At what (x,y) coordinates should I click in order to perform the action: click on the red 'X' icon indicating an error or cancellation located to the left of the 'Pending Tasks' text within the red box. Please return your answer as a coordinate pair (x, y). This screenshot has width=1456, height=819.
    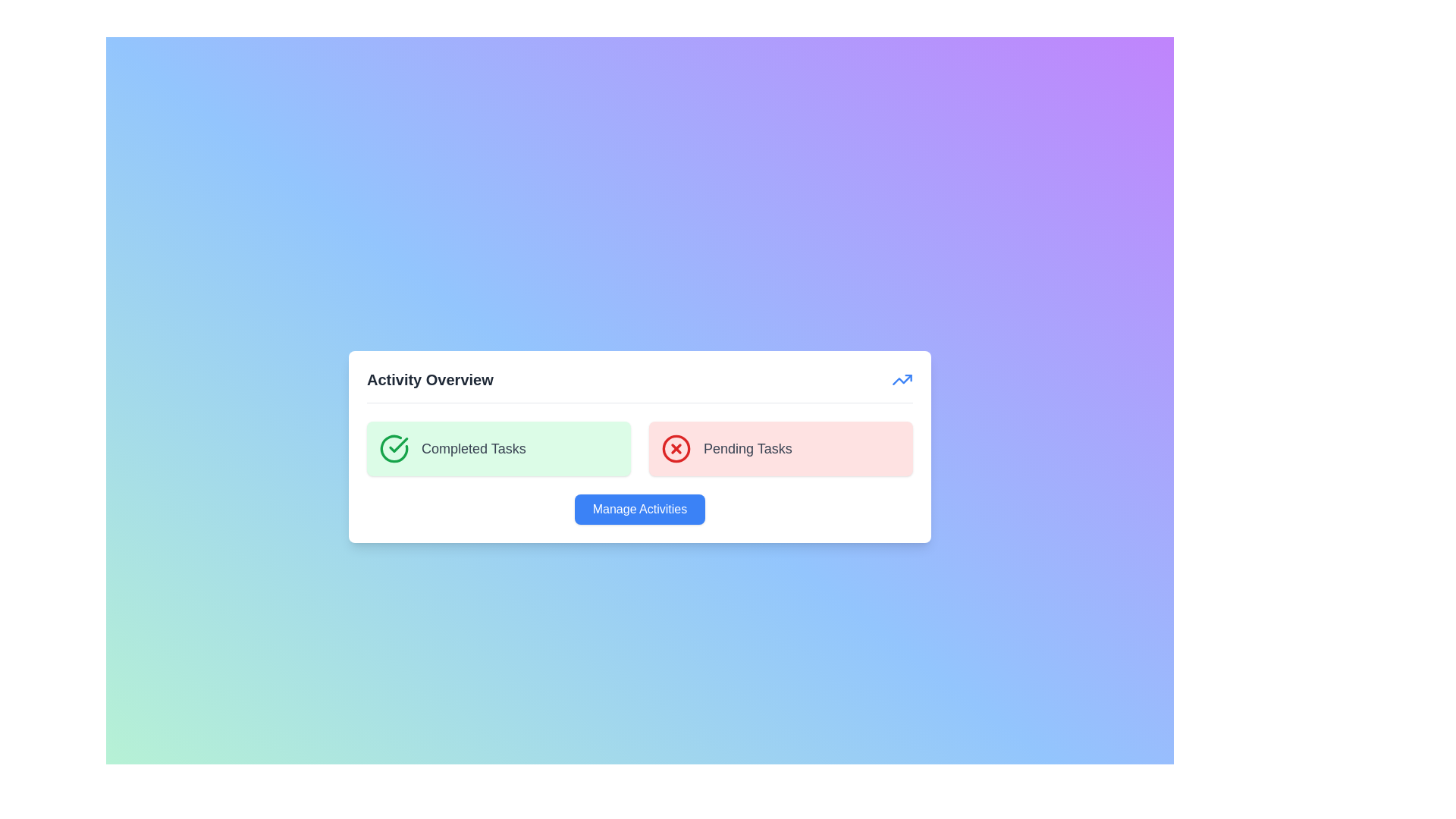
    Looking at the image, I should click on (676, 447).